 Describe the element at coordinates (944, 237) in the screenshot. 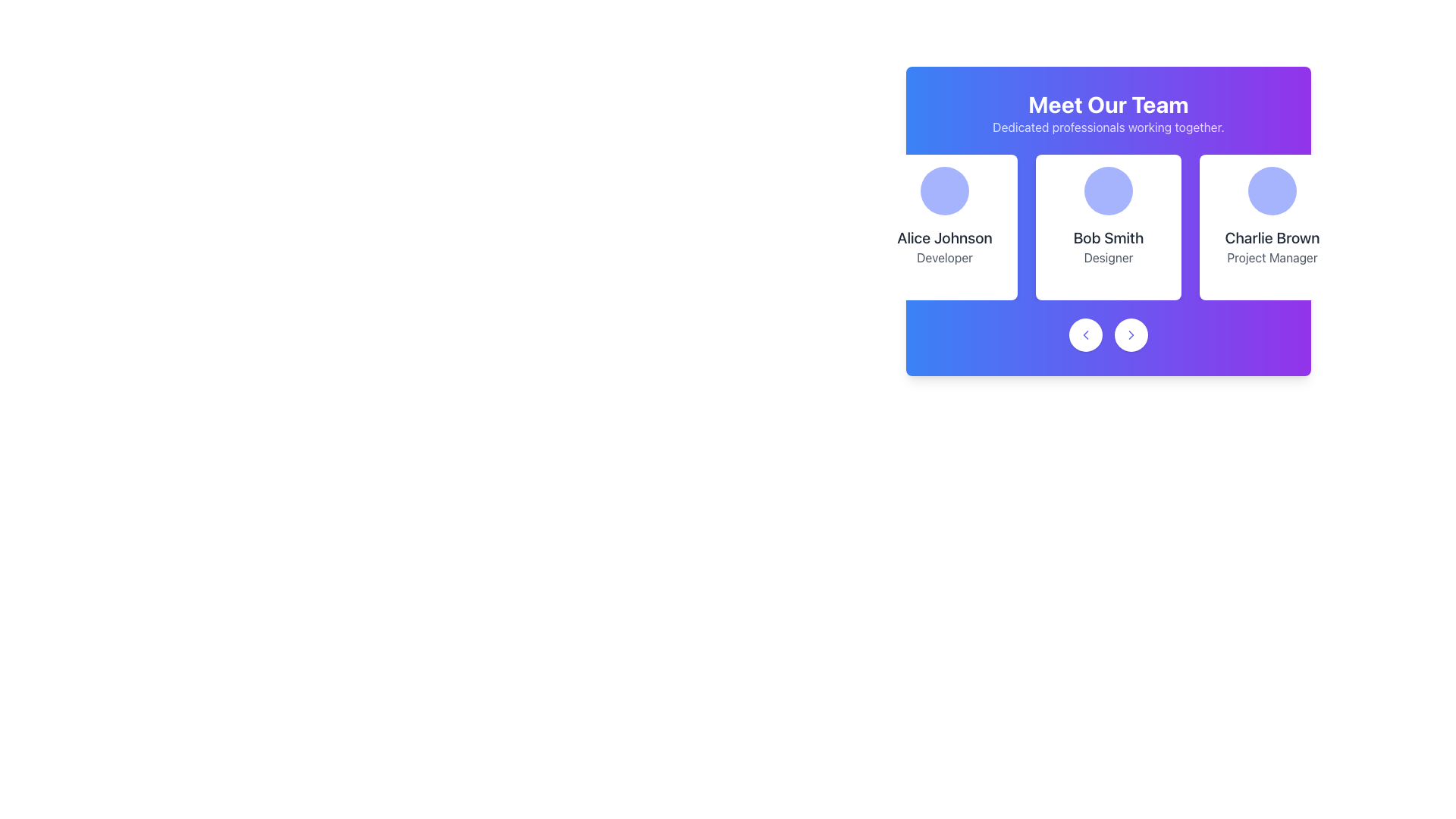

I see `the static text label displaying 'Alice Johnson' in bold, larger font, located within a white rounded-corner card` at that location.